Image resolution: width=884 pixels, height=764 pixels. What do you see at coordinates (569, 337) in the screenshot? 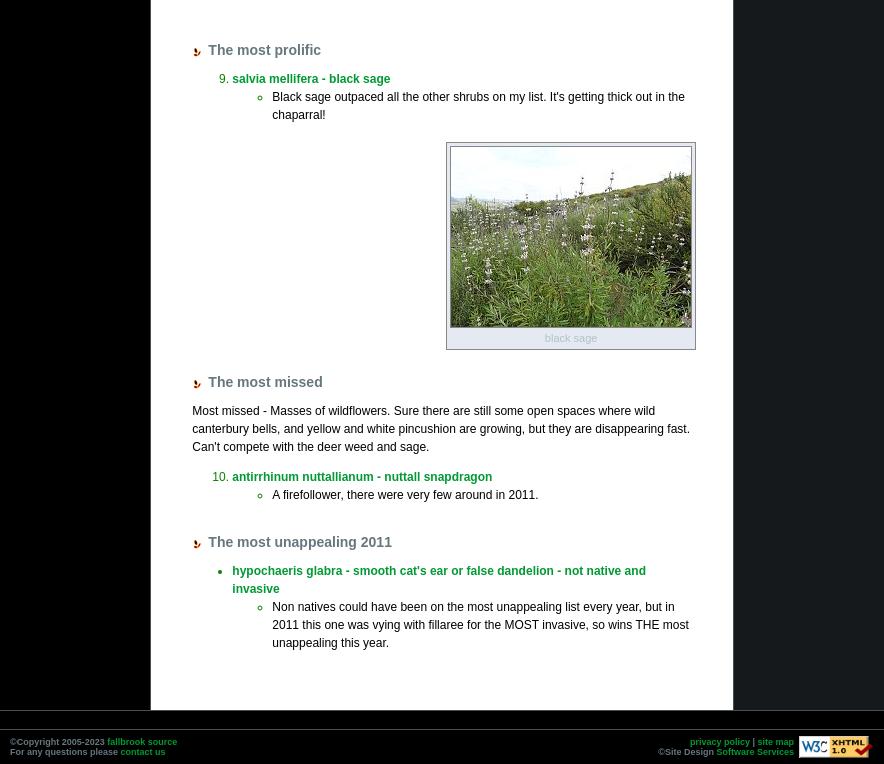
I see `'black sage'` at bounding box center [569, 337].